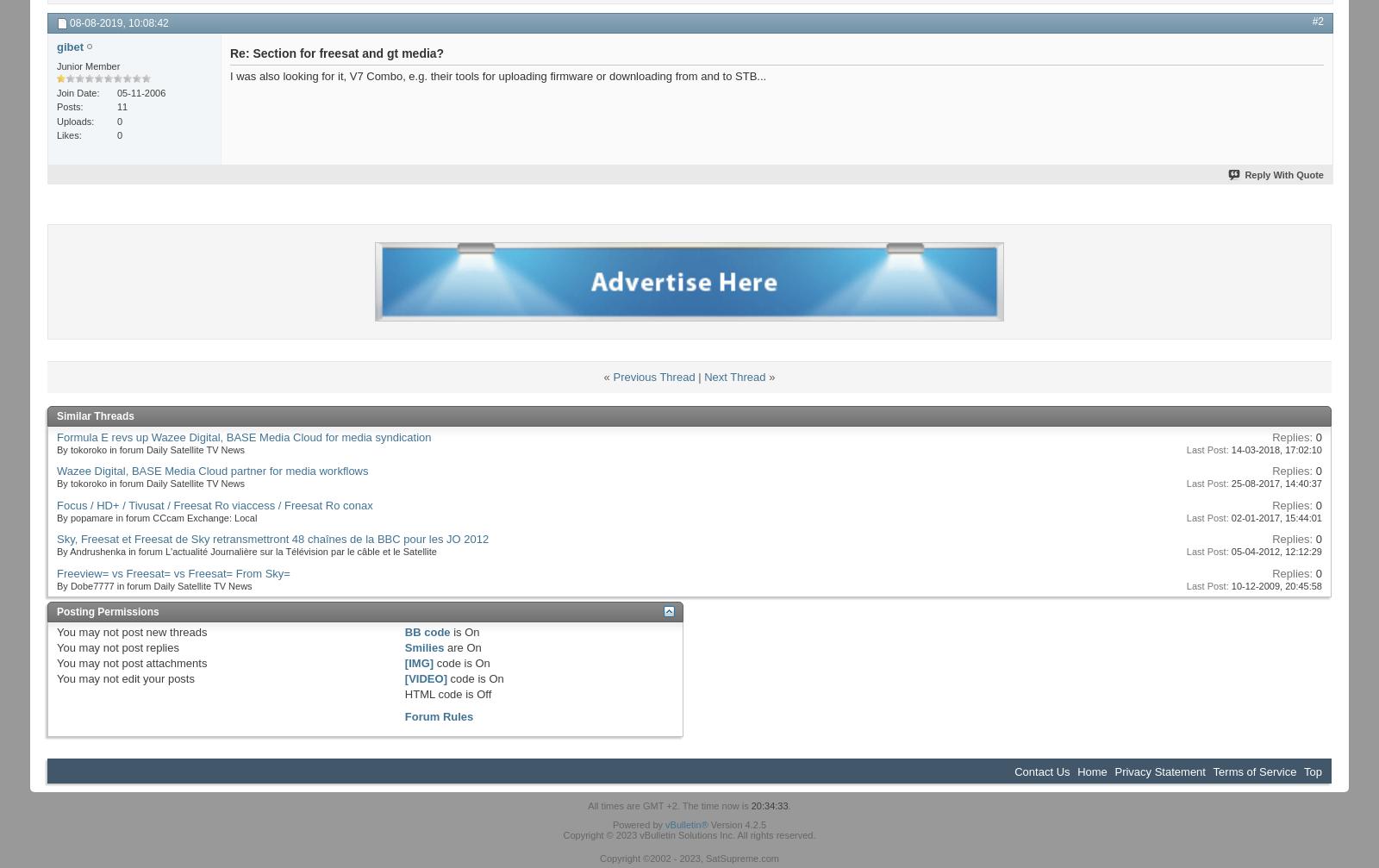  Describe the element at coordinates (153, 584) in the screenshot. I see `'By Dobe7777 in forum Daily Satellite TV News'` at that location.